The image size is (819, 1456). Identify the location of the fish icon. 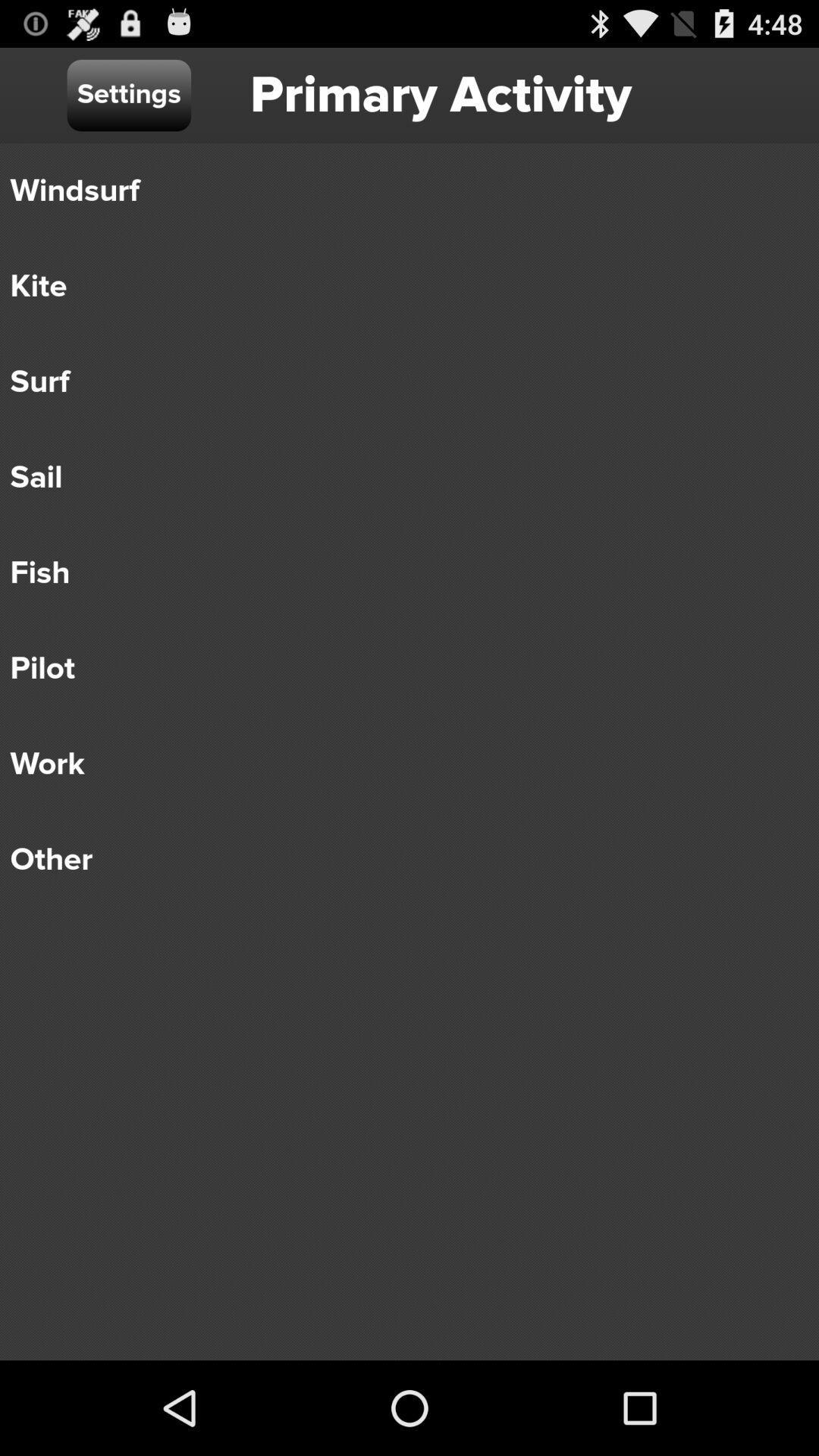
(398, 572).